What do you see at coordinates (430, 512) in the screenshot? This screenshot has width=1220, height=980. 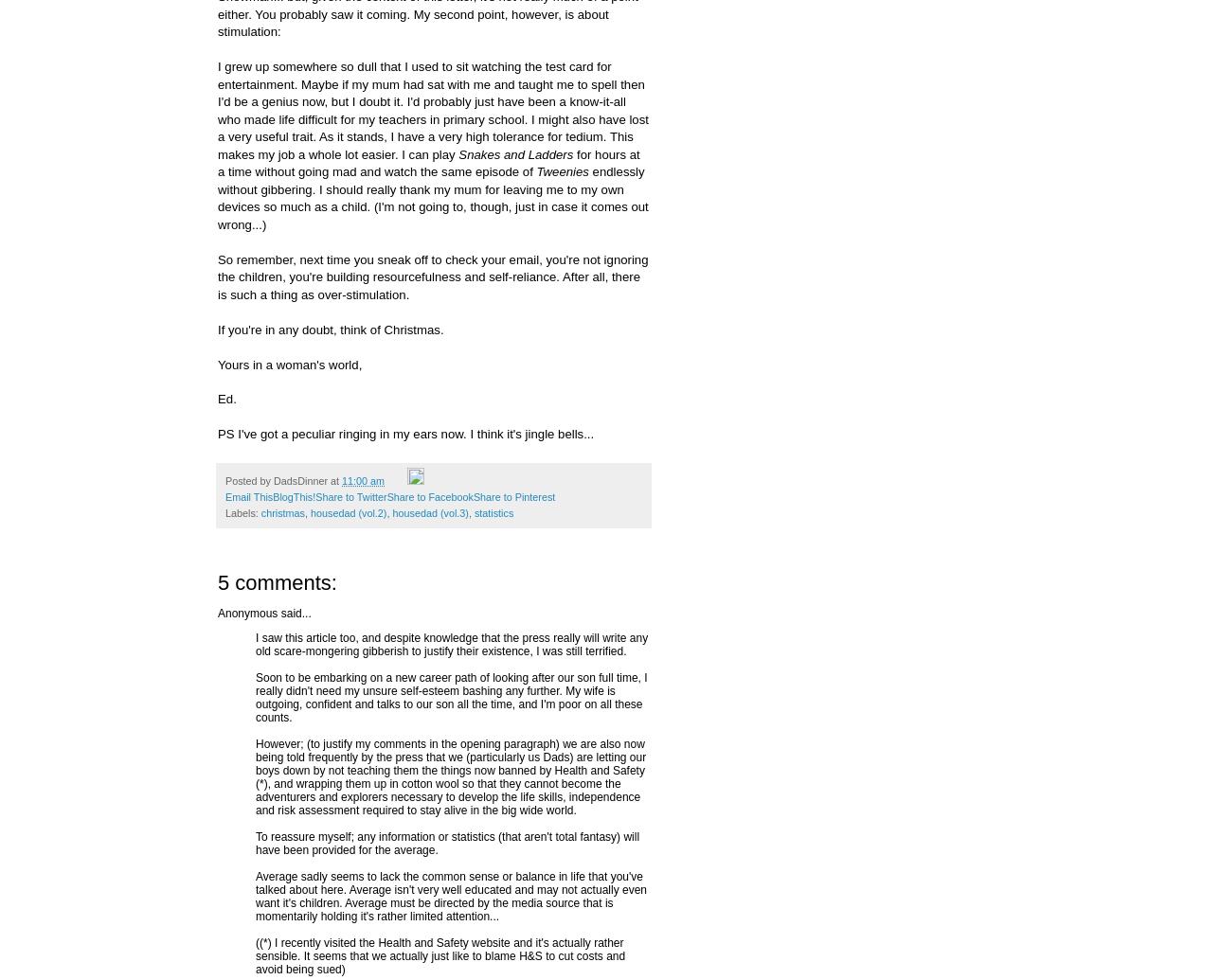 I see `'housedad (vol.3)'` at bounding box center [430, 512].